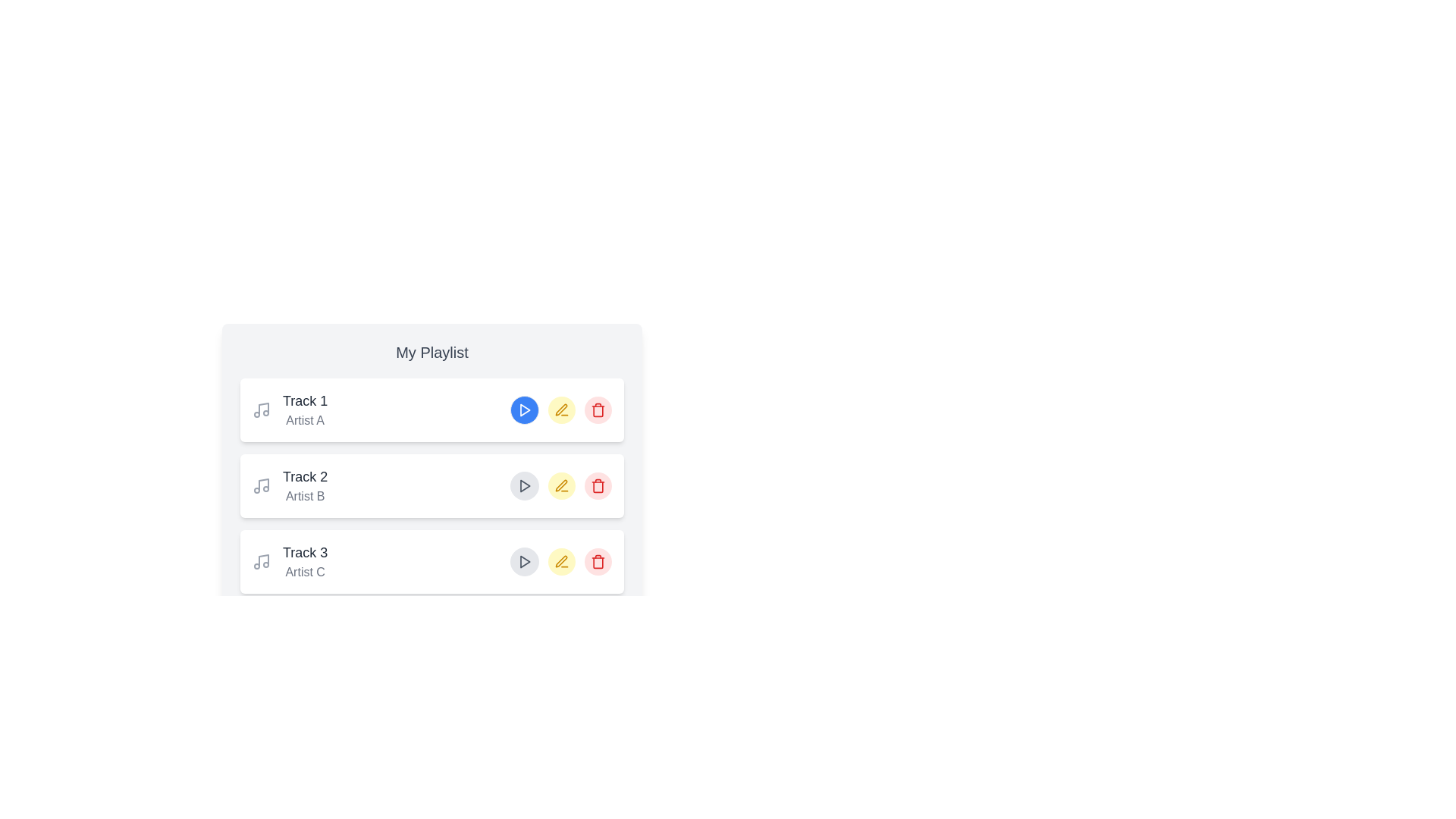 This screenshot has width=1456, height=819. What do you see at coordinates (560, 409) in the screenshot?
I see `edit button for the track to edit its details` at bounding box center [560, 409].